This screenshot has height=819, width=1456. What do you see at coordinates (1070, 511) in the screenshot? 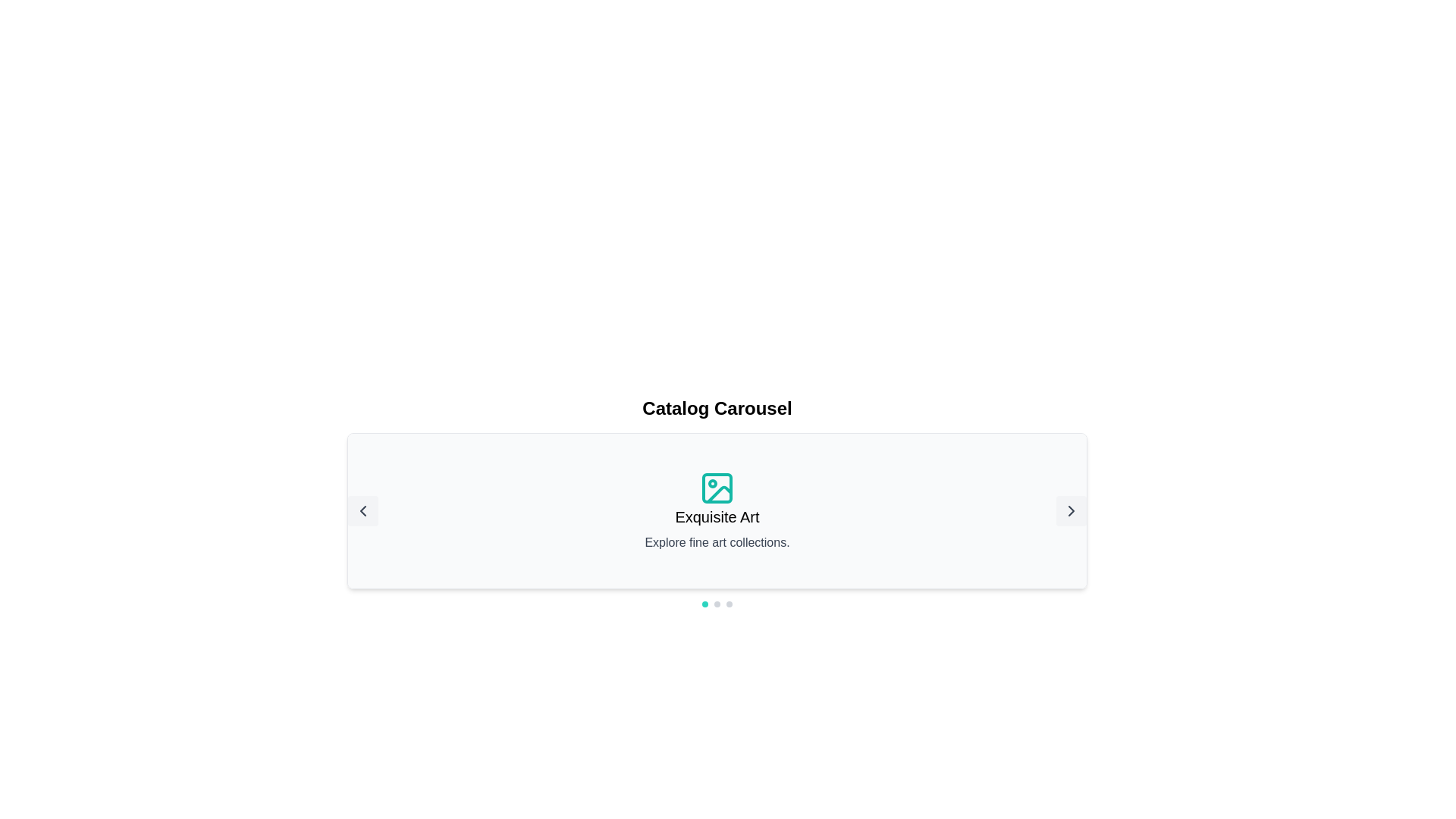
I see `the right-facing chevron button within the carousel navigation system` at bounding box center [1070, 511].